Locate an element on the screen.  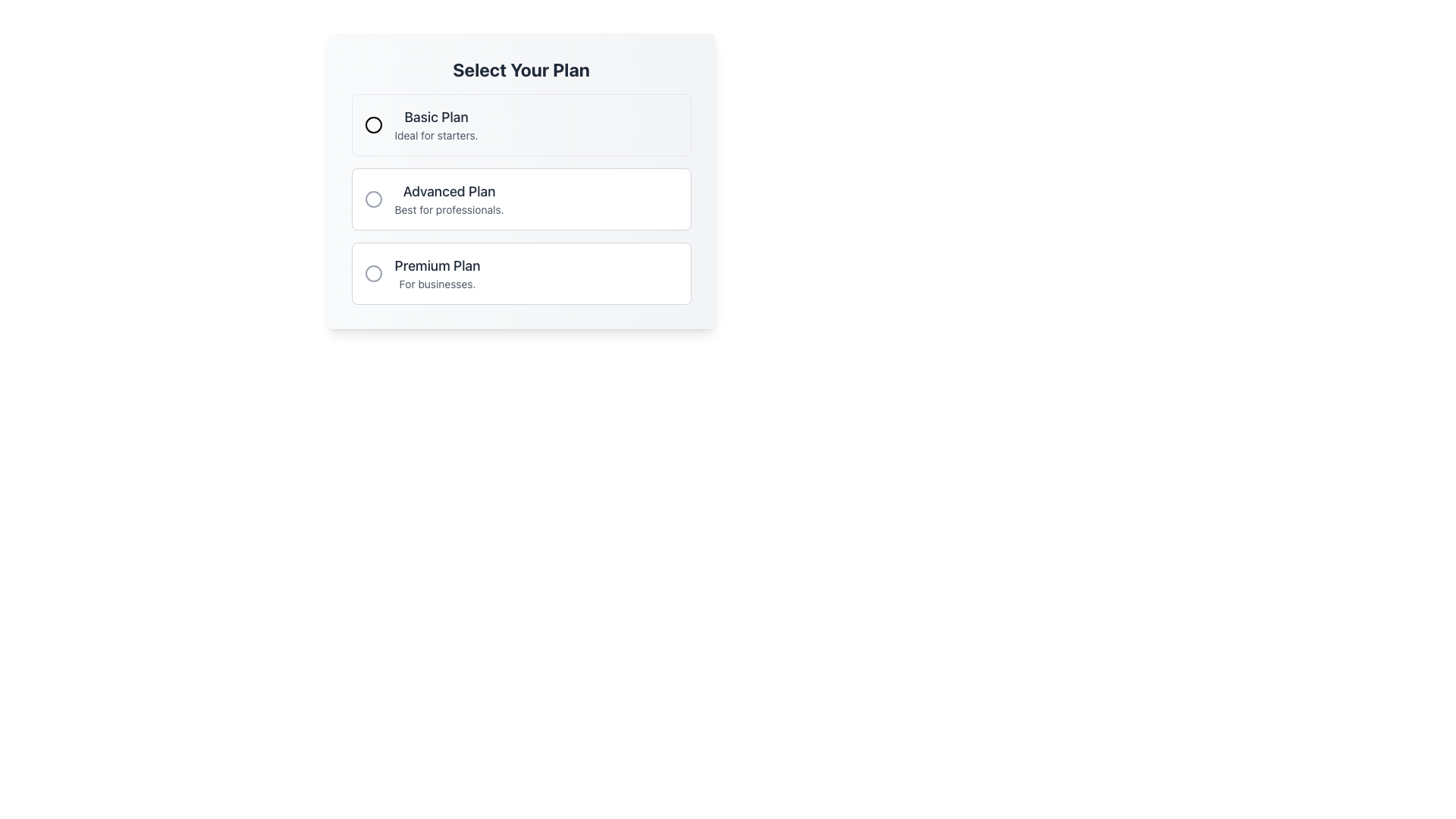
the Circle SVG element that serves as a decorative marker adjacent to the 'Advanced Plan' text is located at coordinates (373, 198).